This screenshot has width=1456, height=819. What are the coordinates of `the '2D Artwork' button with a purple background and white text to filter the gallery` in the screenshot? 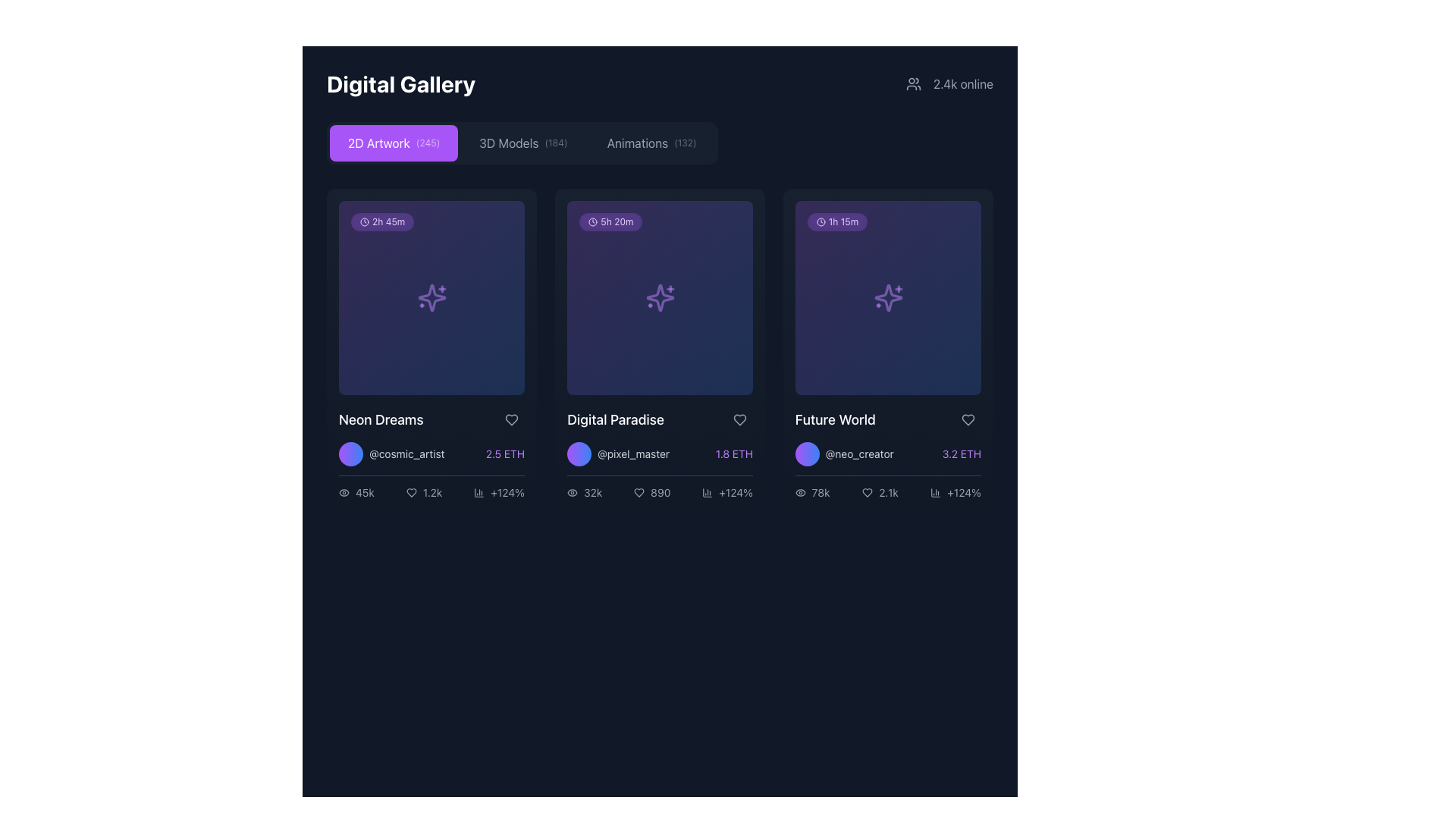 It's located at (394, 143).